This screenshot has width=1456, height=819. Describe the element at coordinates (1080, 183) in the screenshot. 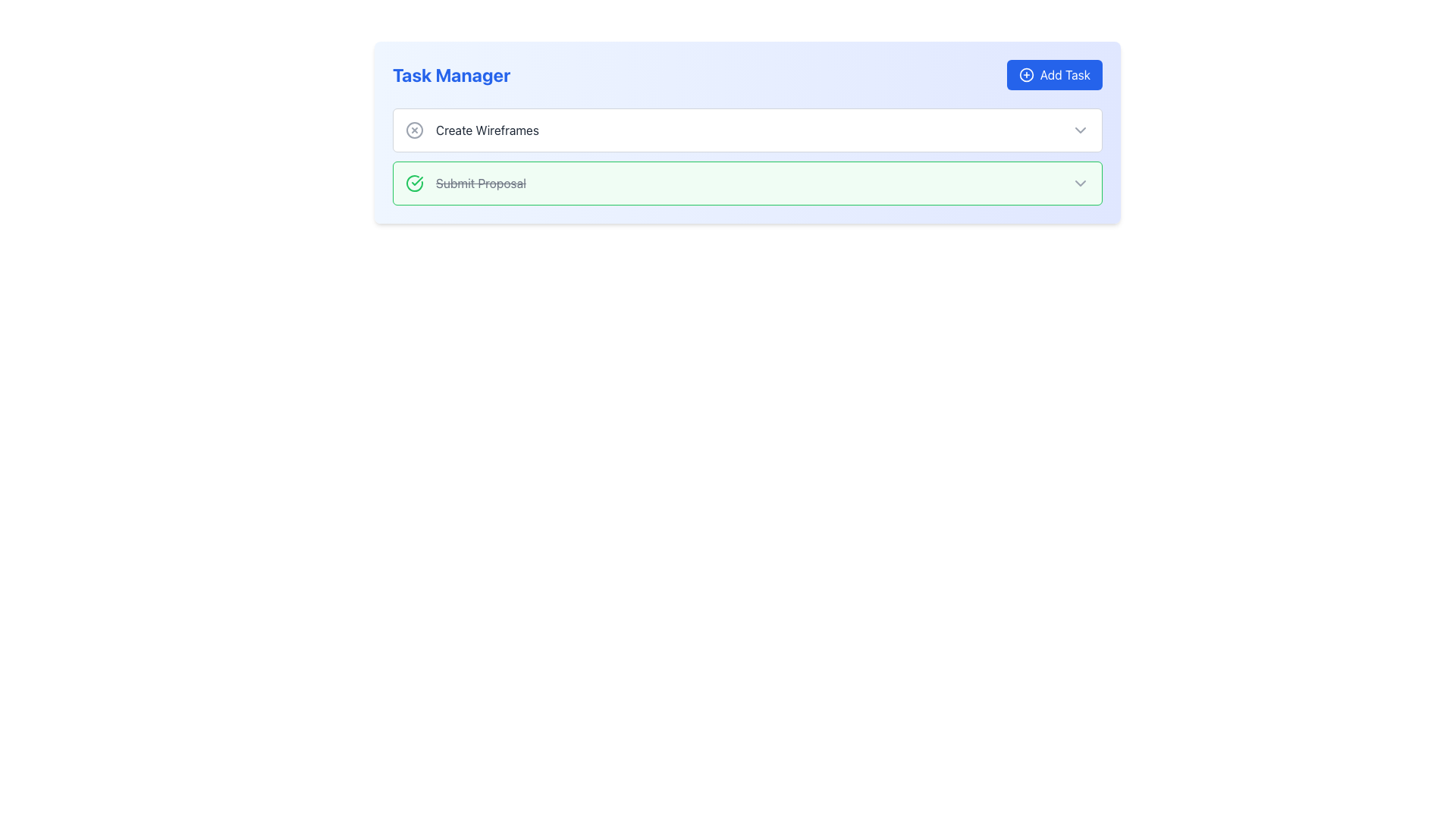

I see `the chevron-down dropdown indicator icon located on the far right of the 'Submit Proposal' section` at that location.